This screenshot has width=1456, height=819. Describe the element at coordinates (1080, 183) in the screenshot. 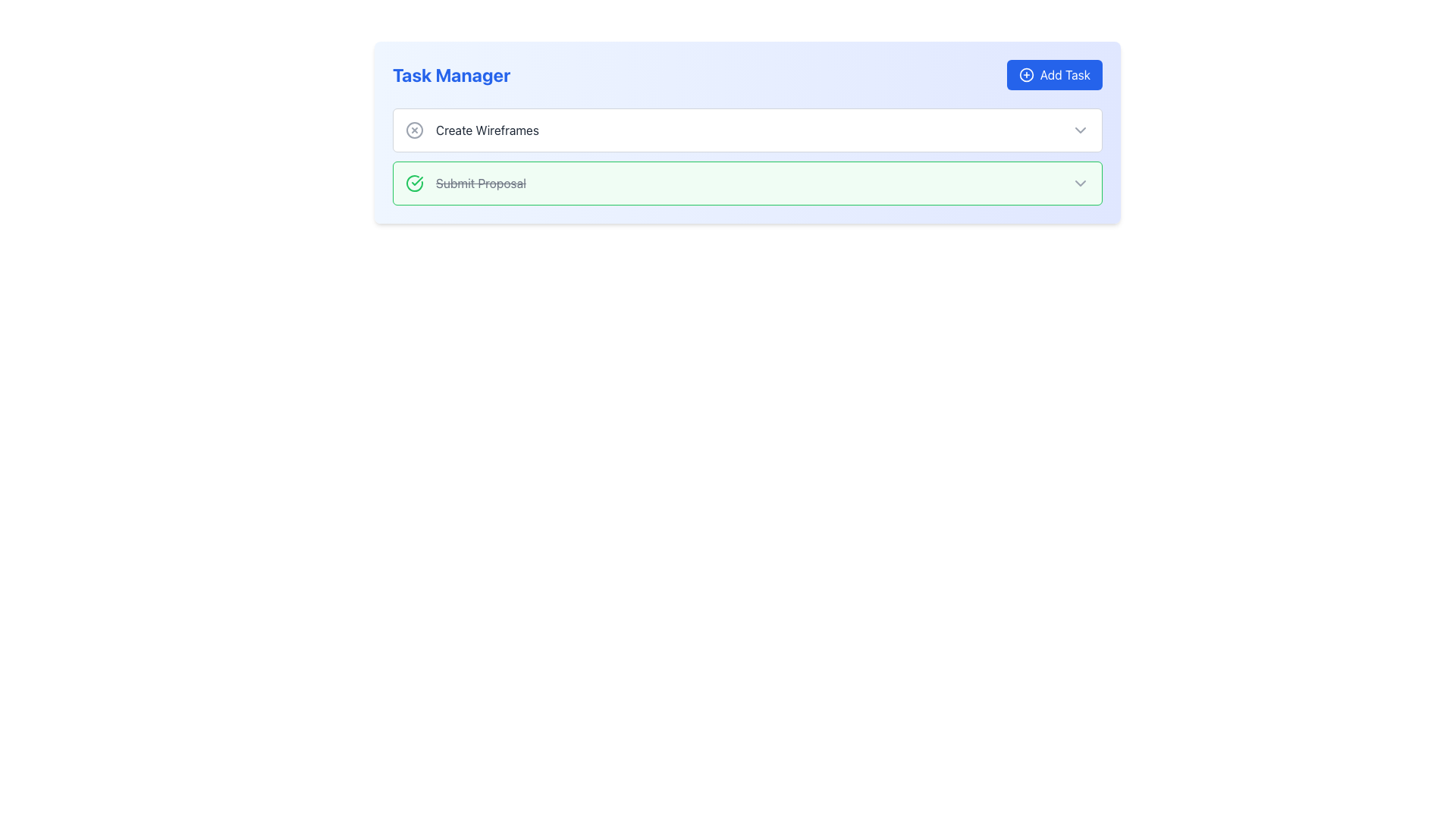

I see `the chevron-down dropdown indicator icon located on the far right of the 'Submit Proposal' section` at that location.